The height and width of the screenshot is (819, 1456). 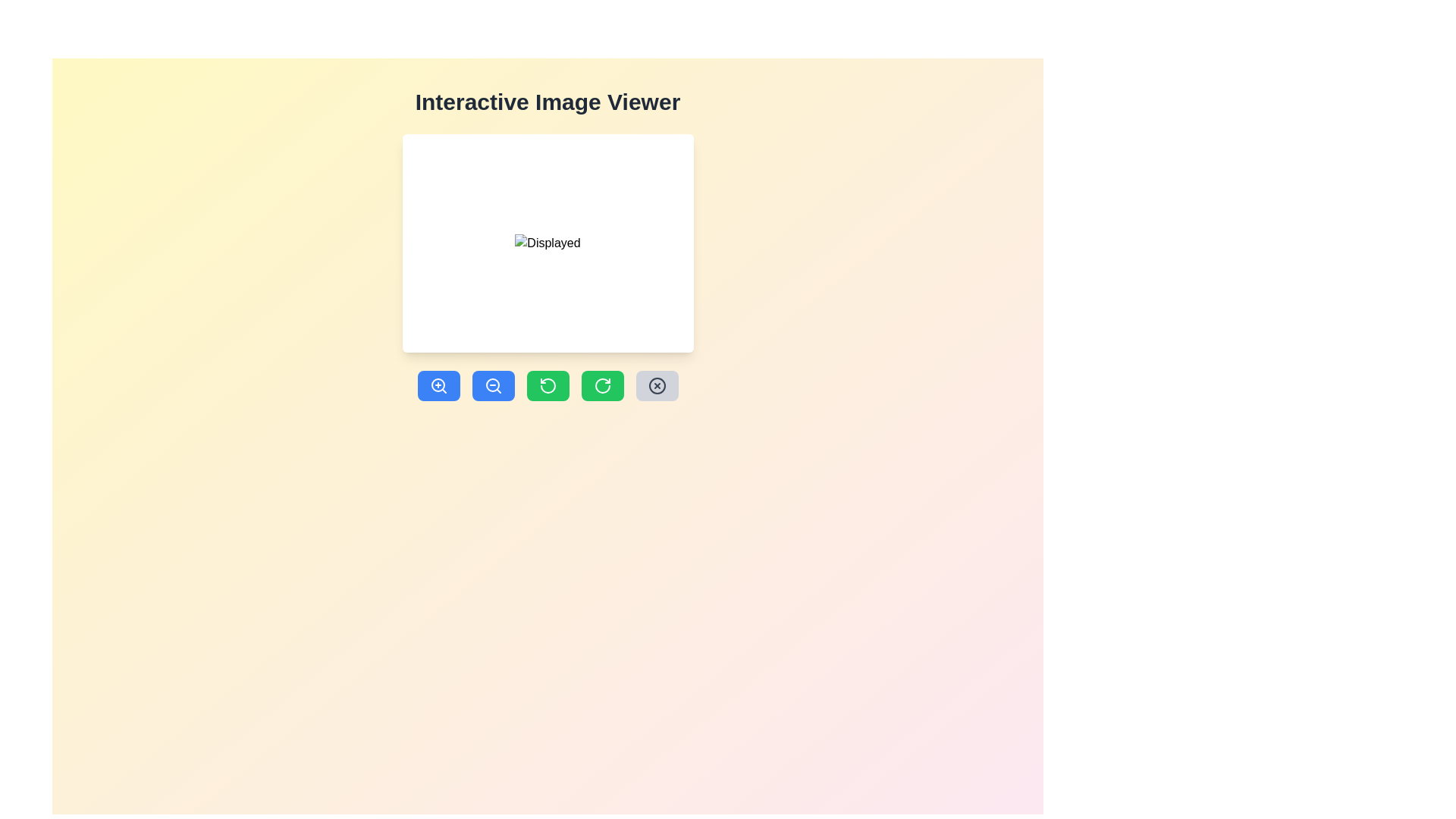 What do you see at coordinates (547, 385) in the screenshot?
I see `the green circular button with a counter-clockwise arrow icon` at bounding box center [547, 385].